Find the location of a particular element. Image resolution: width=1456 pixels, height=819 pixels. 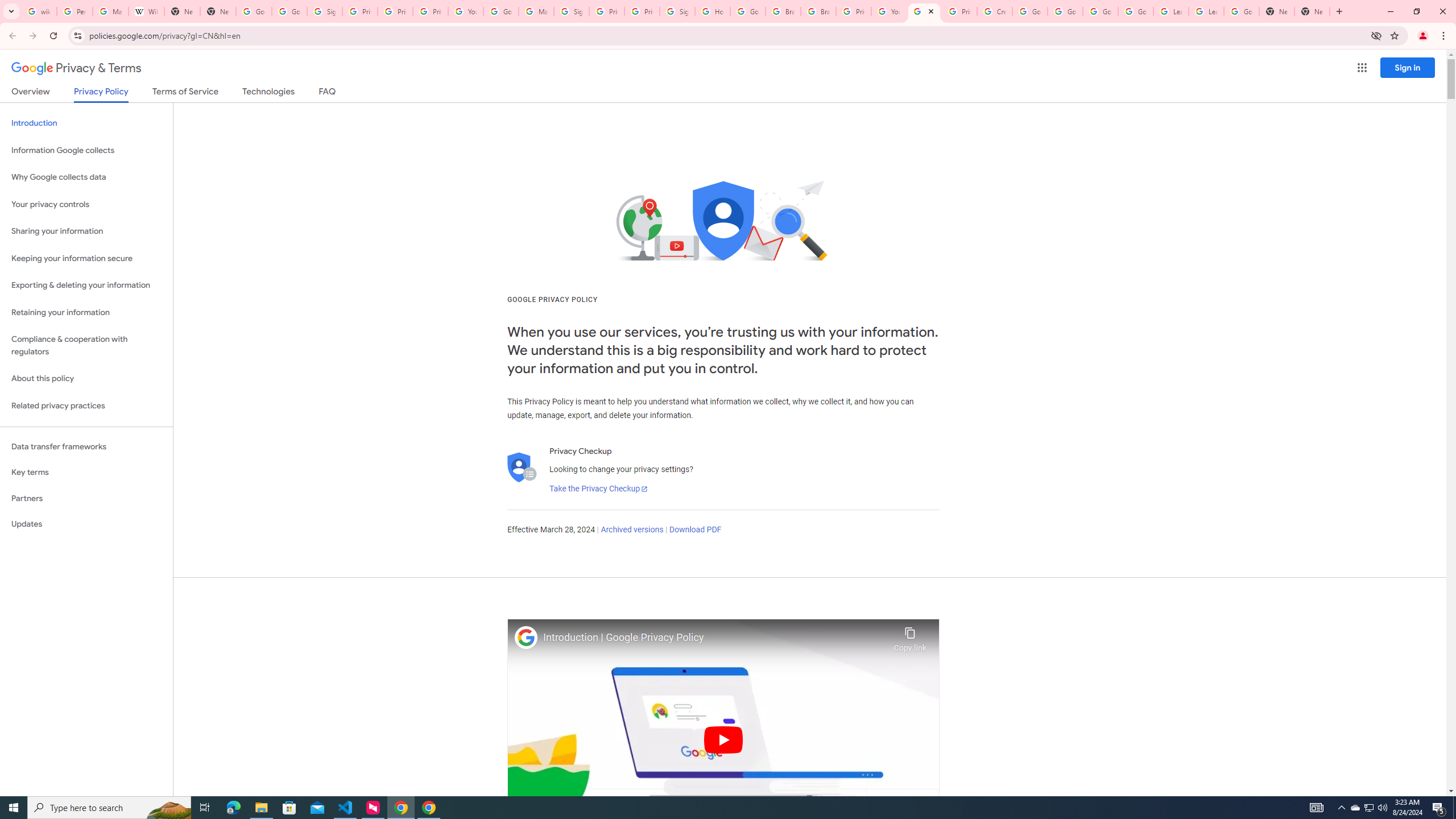

'Your privacy controls' is located at coordinates (86, 205).